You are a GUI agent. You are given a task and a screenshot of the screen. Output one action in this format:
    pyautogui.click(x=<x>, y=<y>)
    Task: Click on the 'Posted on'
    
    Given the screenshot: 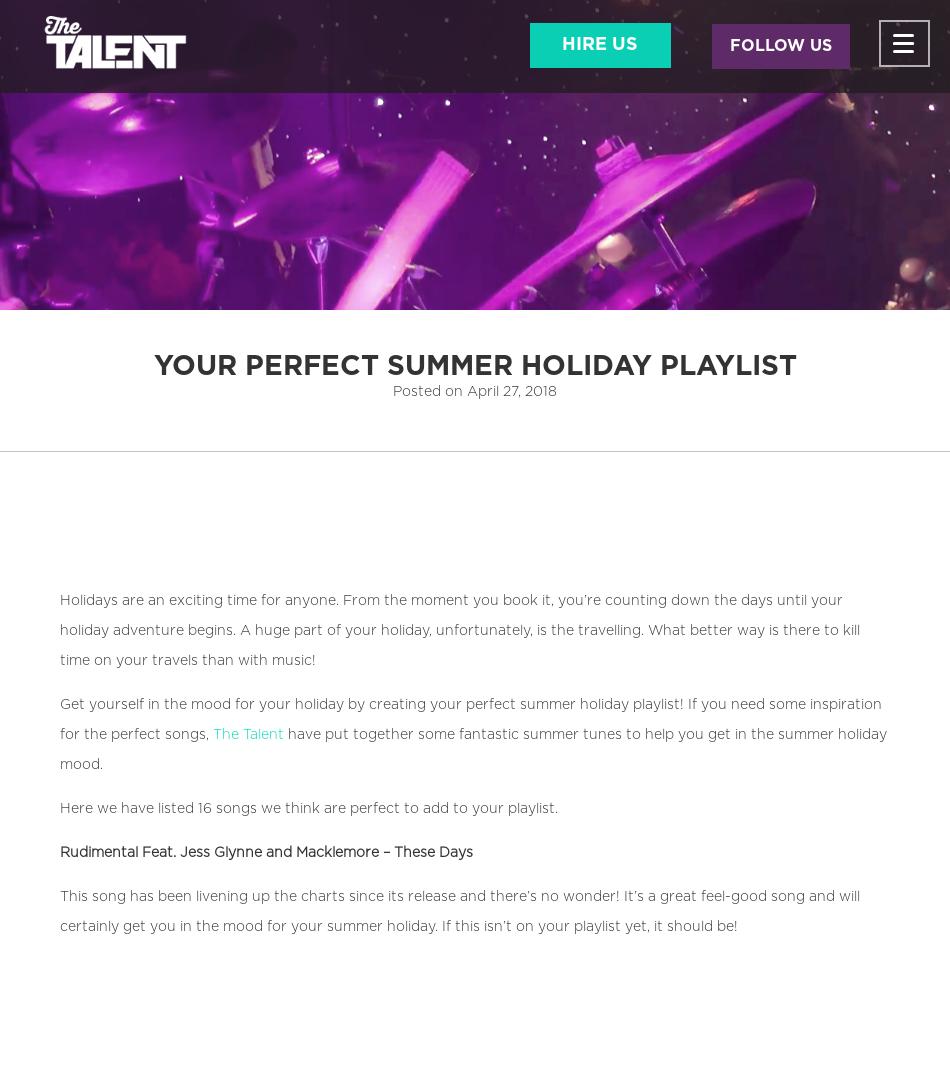 What is the action you would take?
    pyautogui.click(x=426, y=392)
    